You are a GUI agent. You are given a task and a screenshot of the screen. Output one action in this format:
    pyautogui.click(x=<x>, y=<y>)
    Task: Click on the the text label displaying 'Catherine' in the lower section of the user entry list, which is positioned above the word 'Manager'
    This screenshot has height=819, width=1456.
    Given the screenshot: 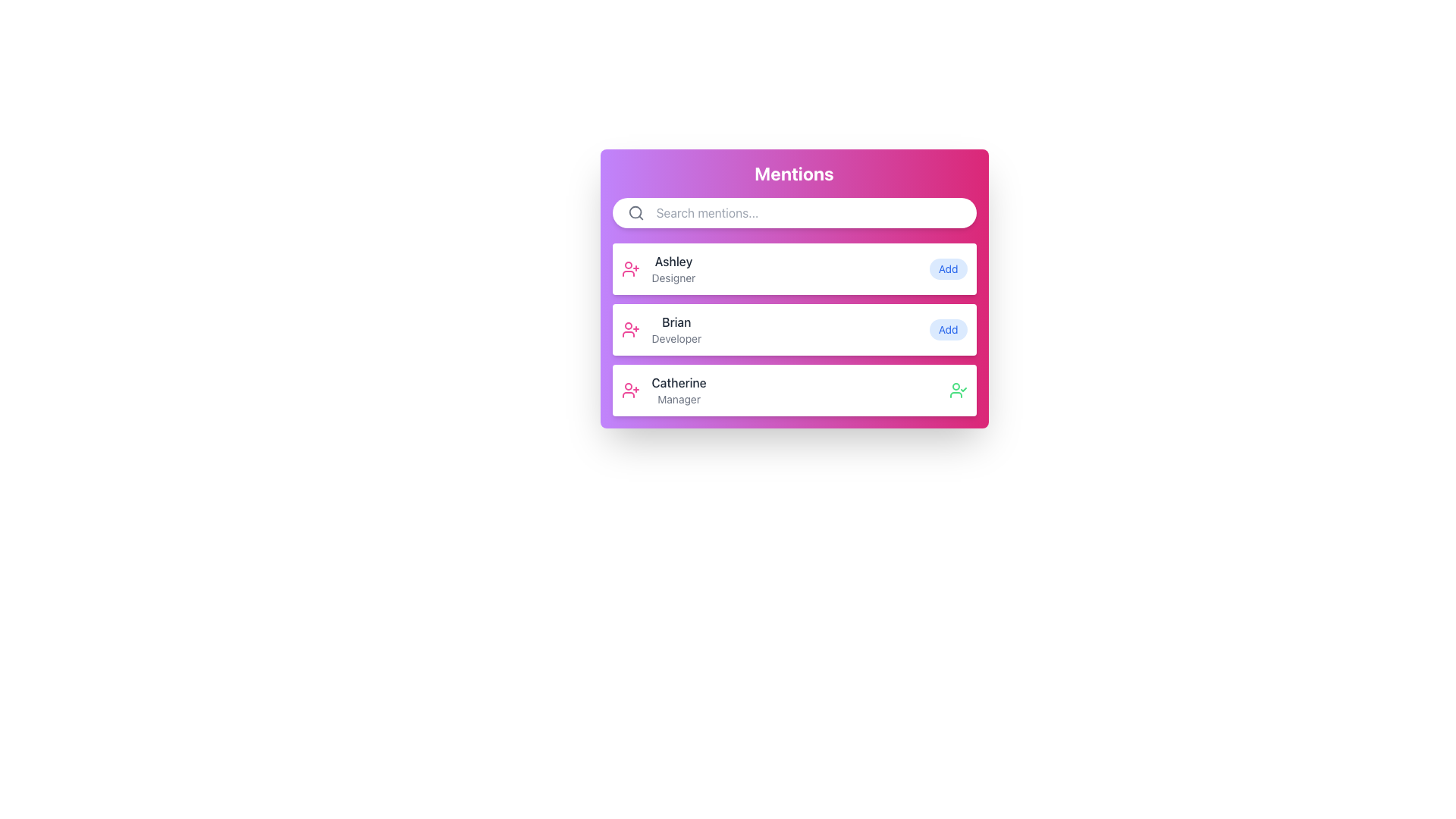 What is the action you would take?
    pyautogui.click(x=678, y=382)
    